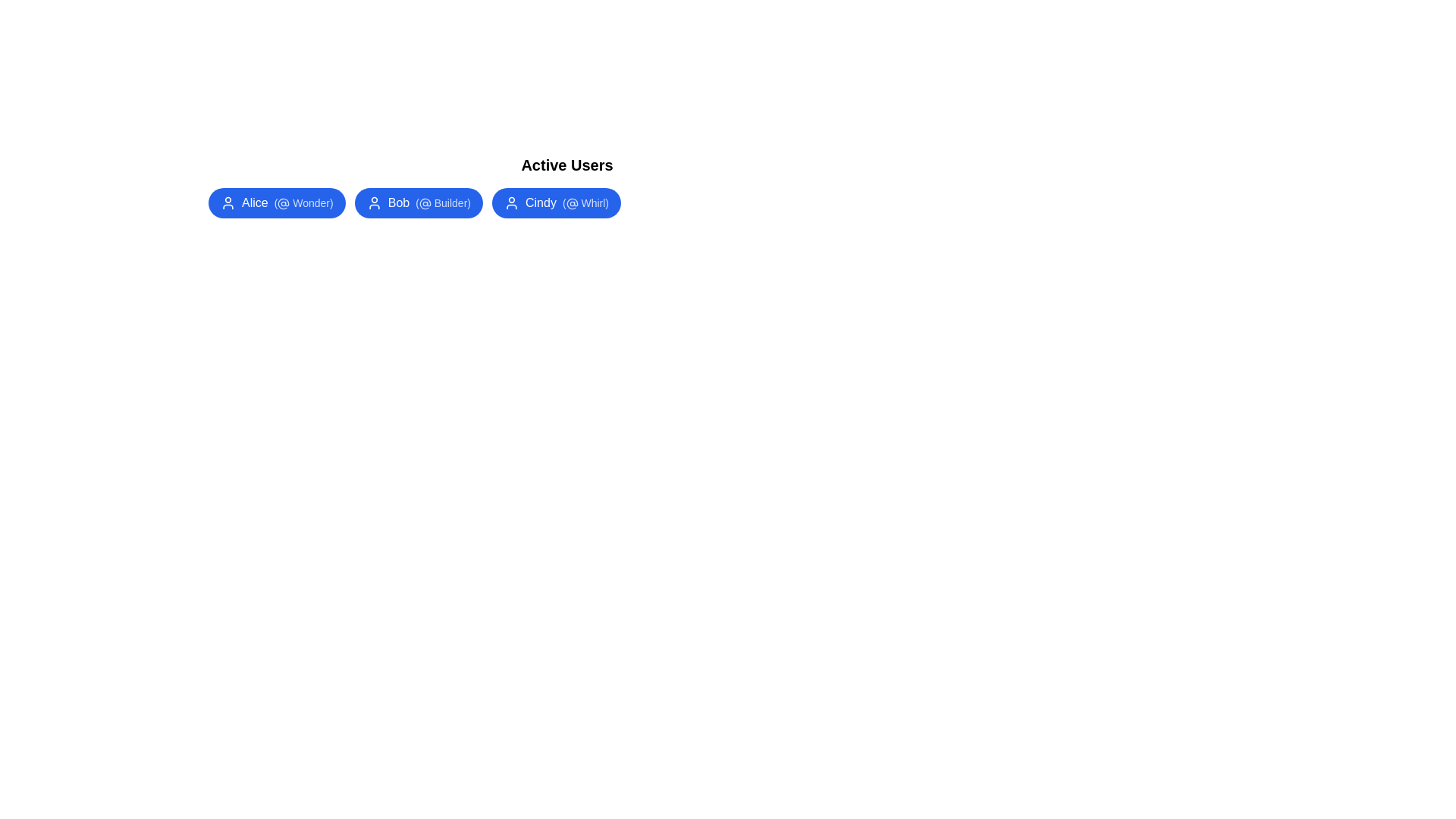 The width and height of the screenshot is (1456, 819). I want to click on the user chip for Bob, so click(419, 202).